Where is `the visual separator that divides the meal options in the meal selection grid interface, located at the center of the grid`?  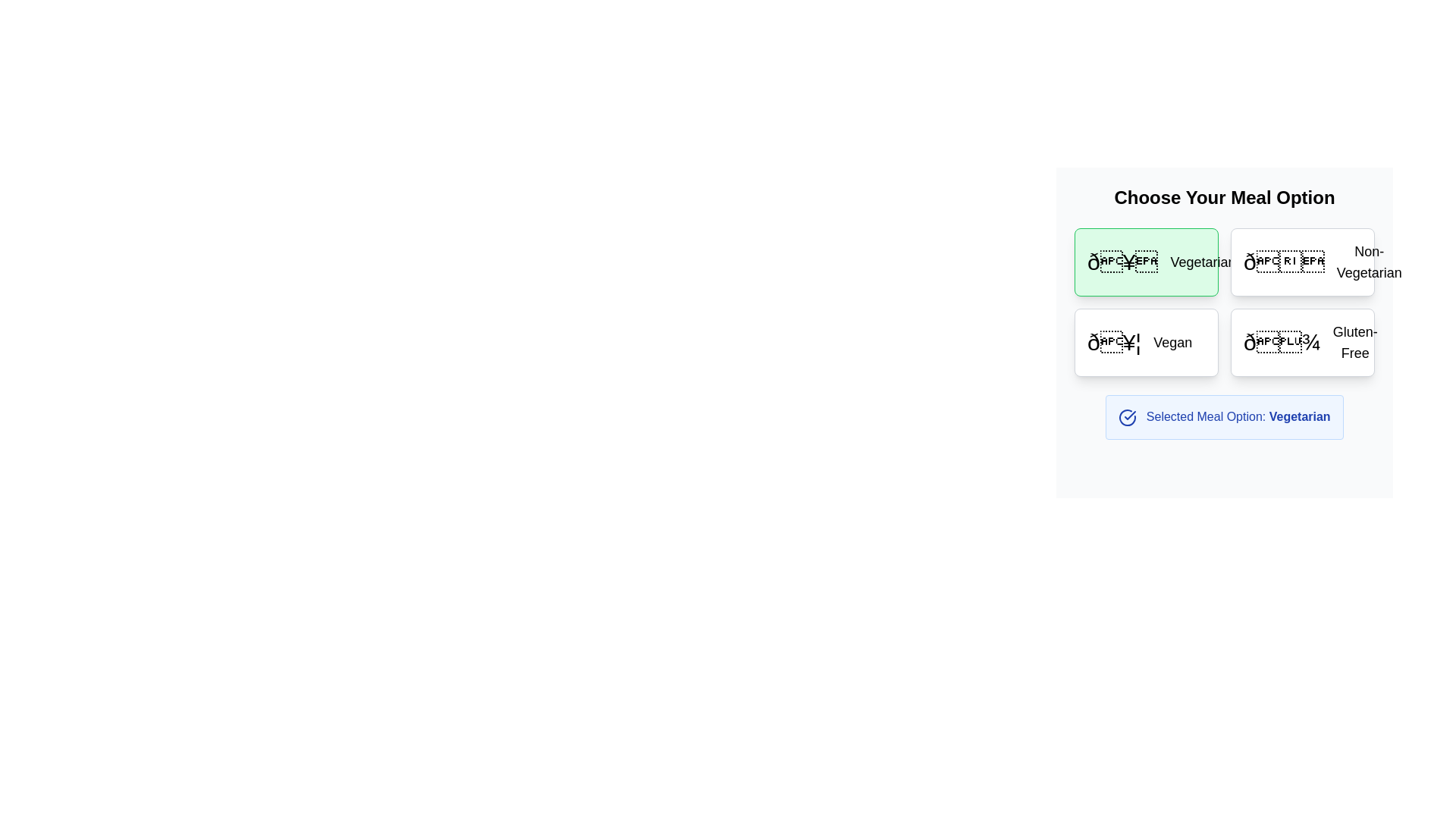 the visual separator that divides the meal options in the meal selection grid interface, located at the center of the grid is located at coordinates (1224, 323).